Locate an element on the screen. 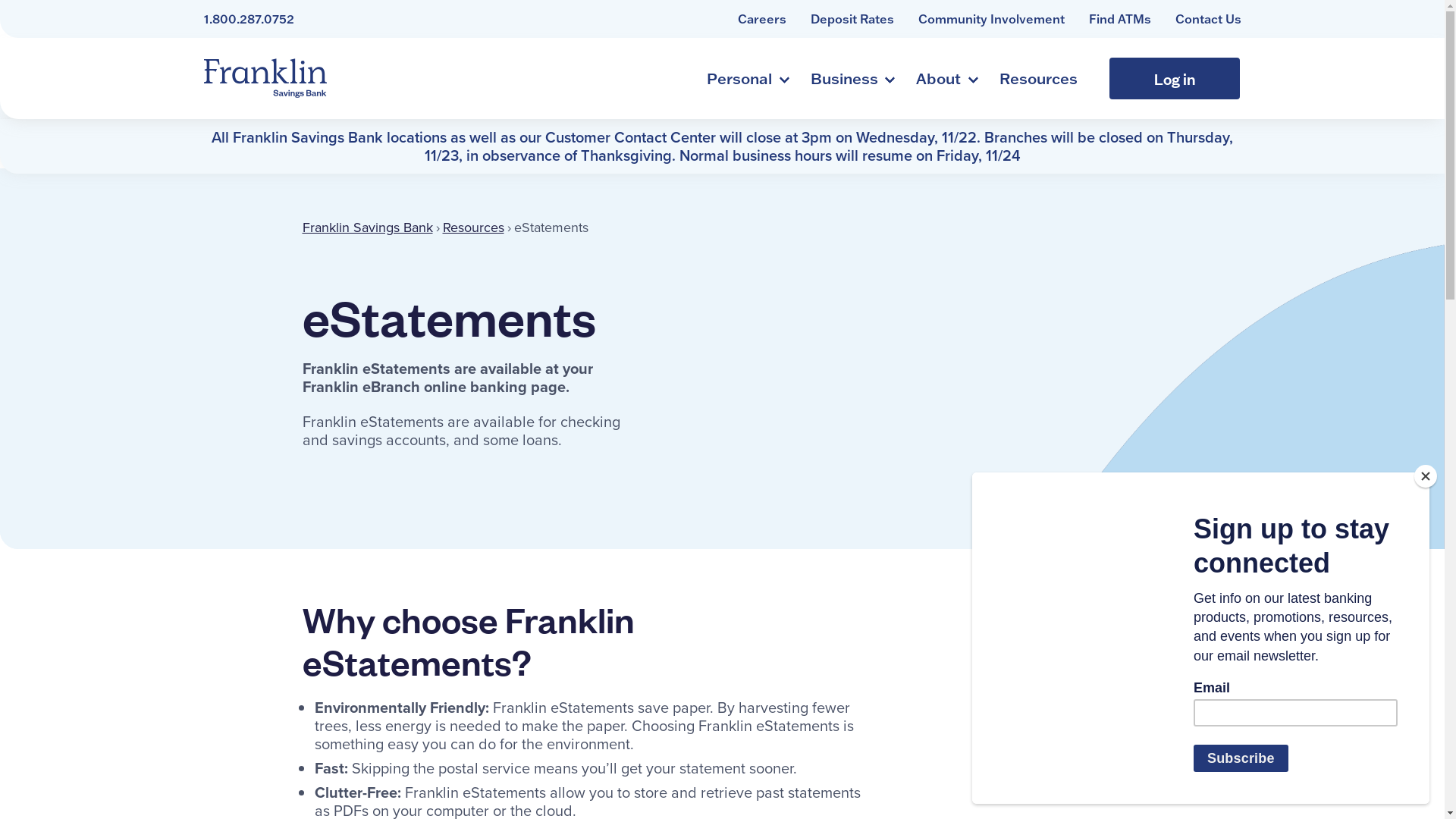  'Community Involvement' is located at coordinates (990, 18).